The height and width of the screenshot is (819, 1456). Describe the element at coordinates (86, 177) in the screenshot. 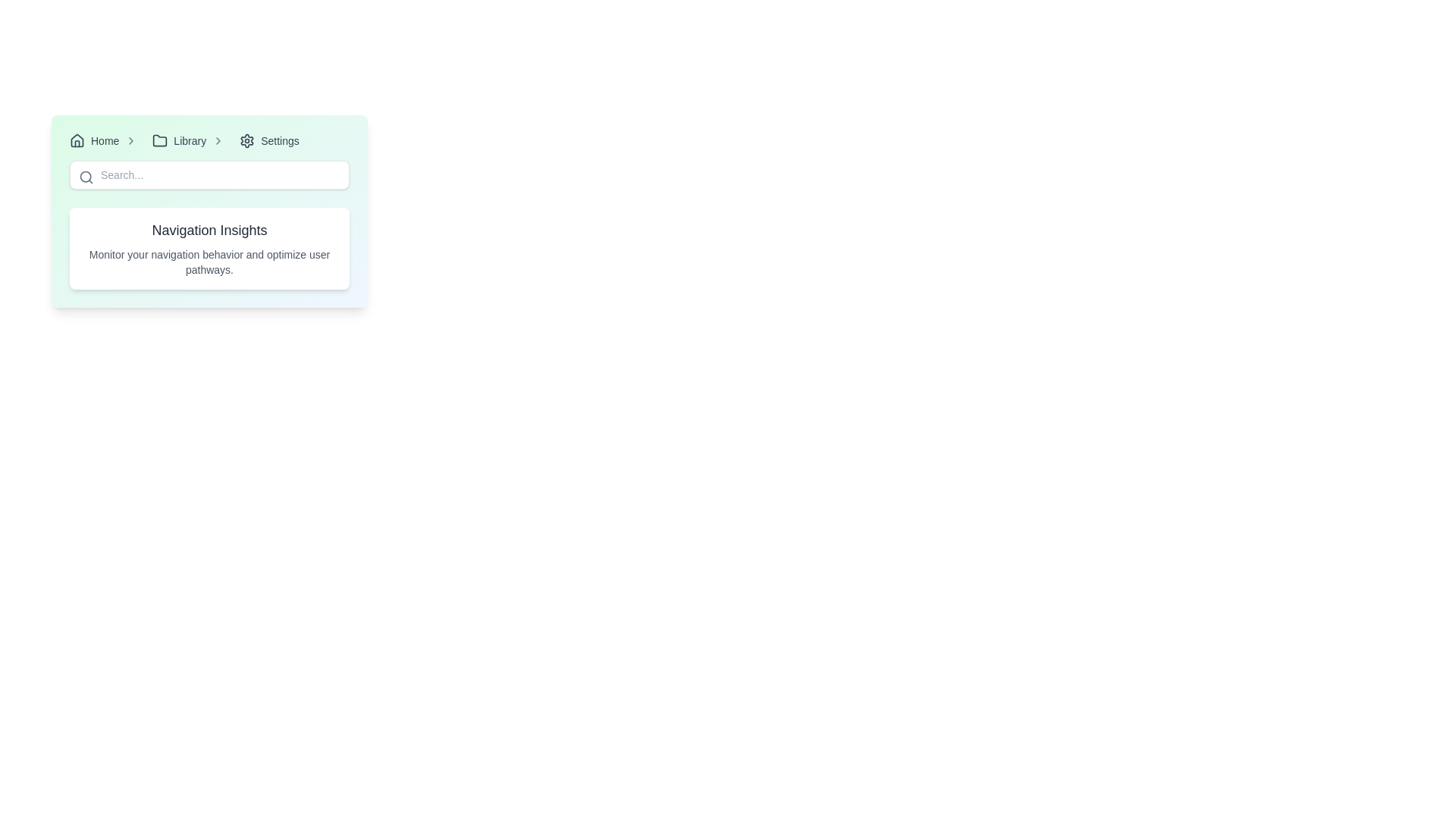

I see `the search icon located inside the search input field towards the left side to initiate a search action` at that location.